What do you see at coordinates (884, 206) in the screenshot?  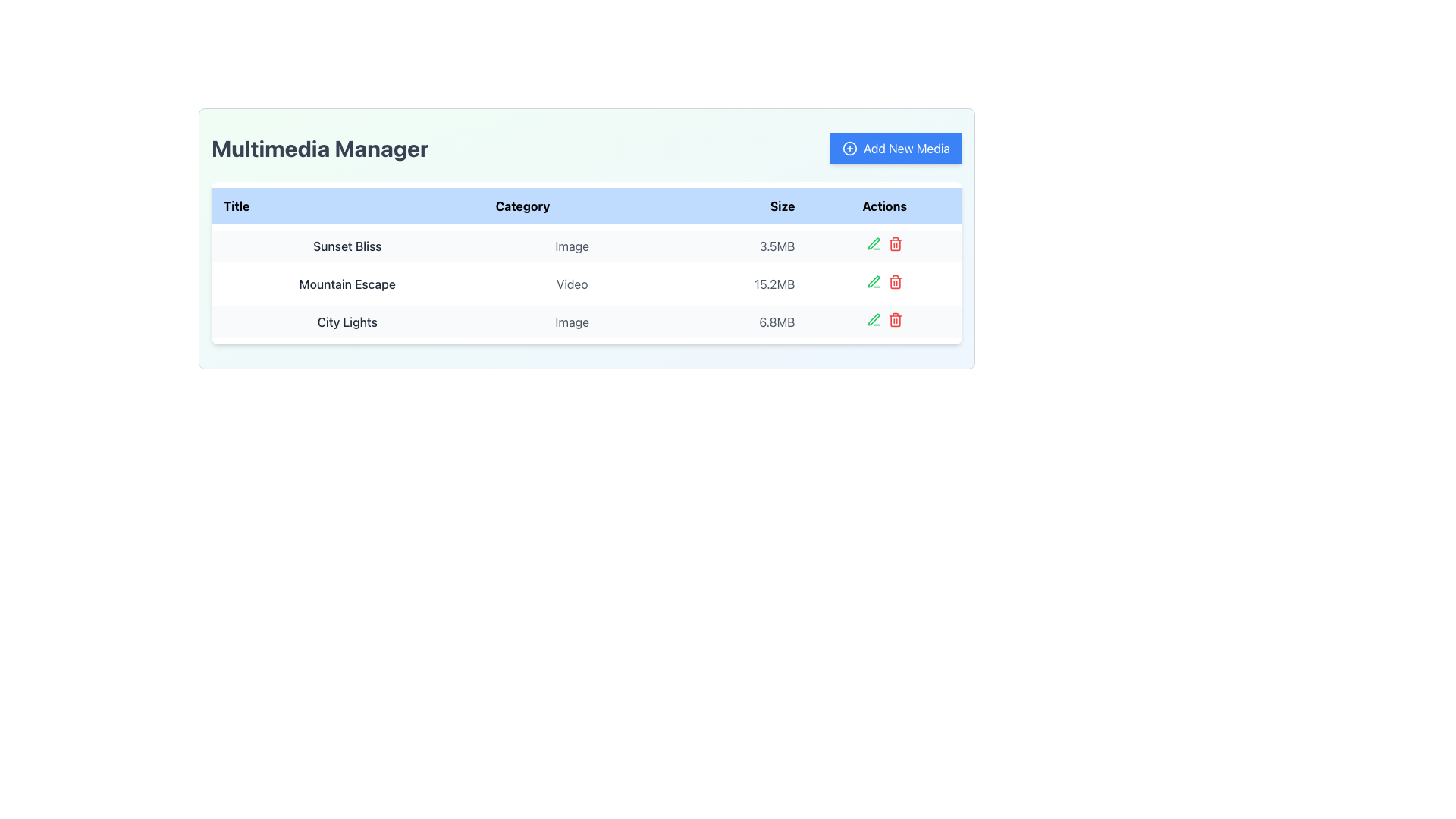 I see `the 'Actions' text label, which is the fourth column header in a table with a light blue background and bold black text` at bounding box center [884, 206].